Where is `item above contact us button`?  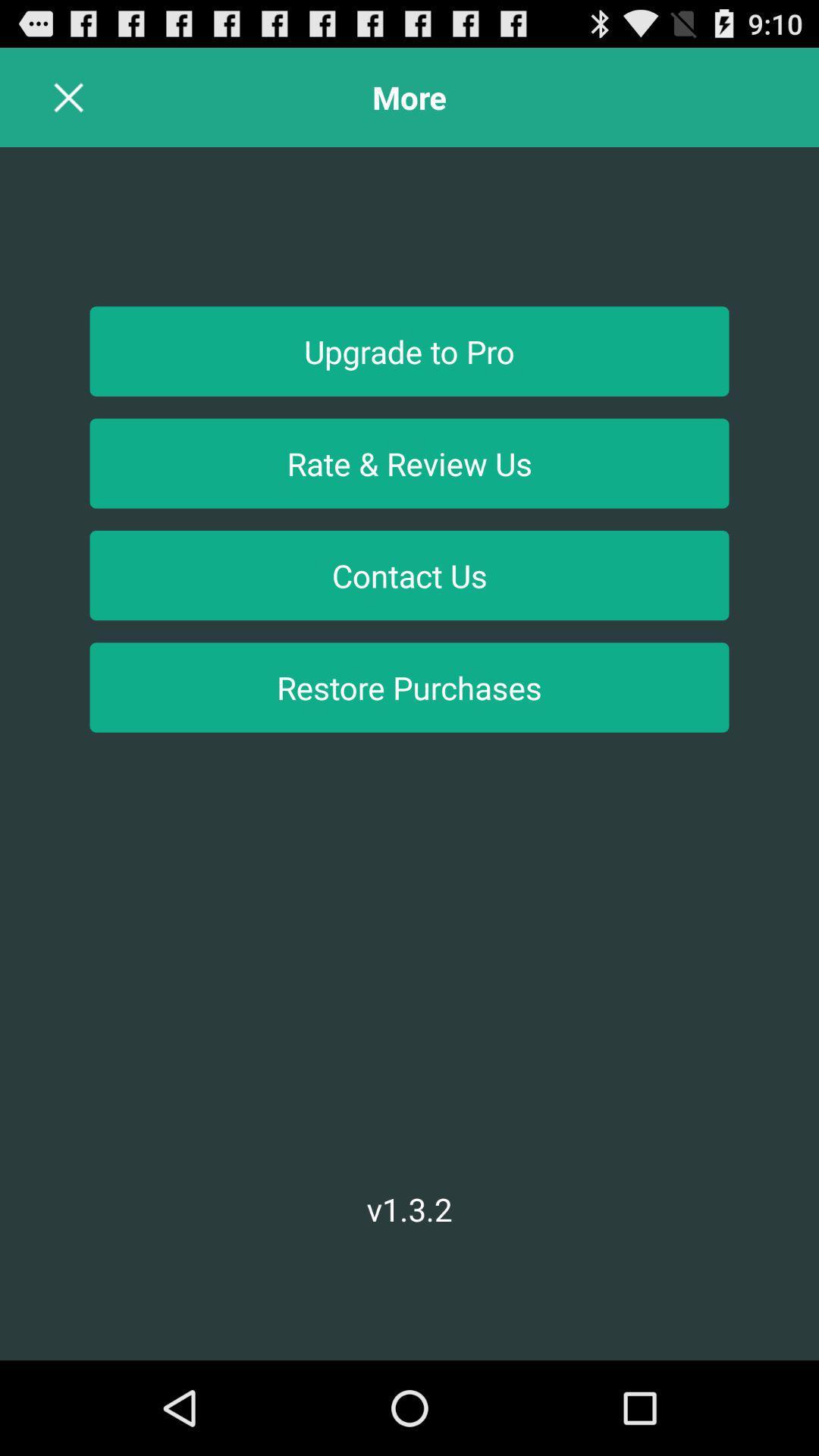 item above contact us button is located at coordinates (409, 463).